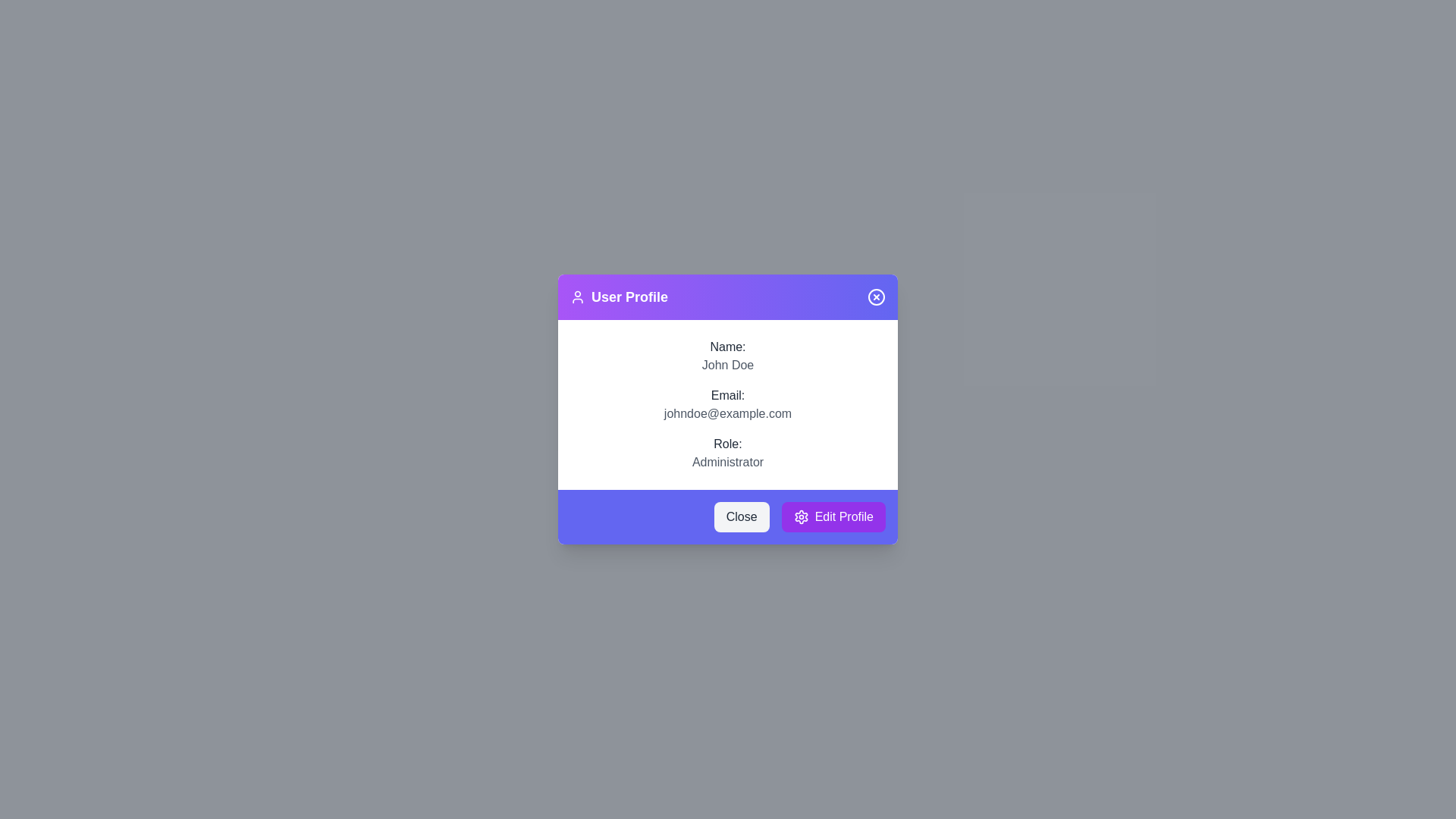 This screenshot has height=819, width=1456. Describe the element at coordinates (619, 297) in the screenshot. I see `the 'User Profile' label with the user icon, which is styled in bold font and located in the upper-left corner of the modal header, to the right of the header's left edge` at that location.